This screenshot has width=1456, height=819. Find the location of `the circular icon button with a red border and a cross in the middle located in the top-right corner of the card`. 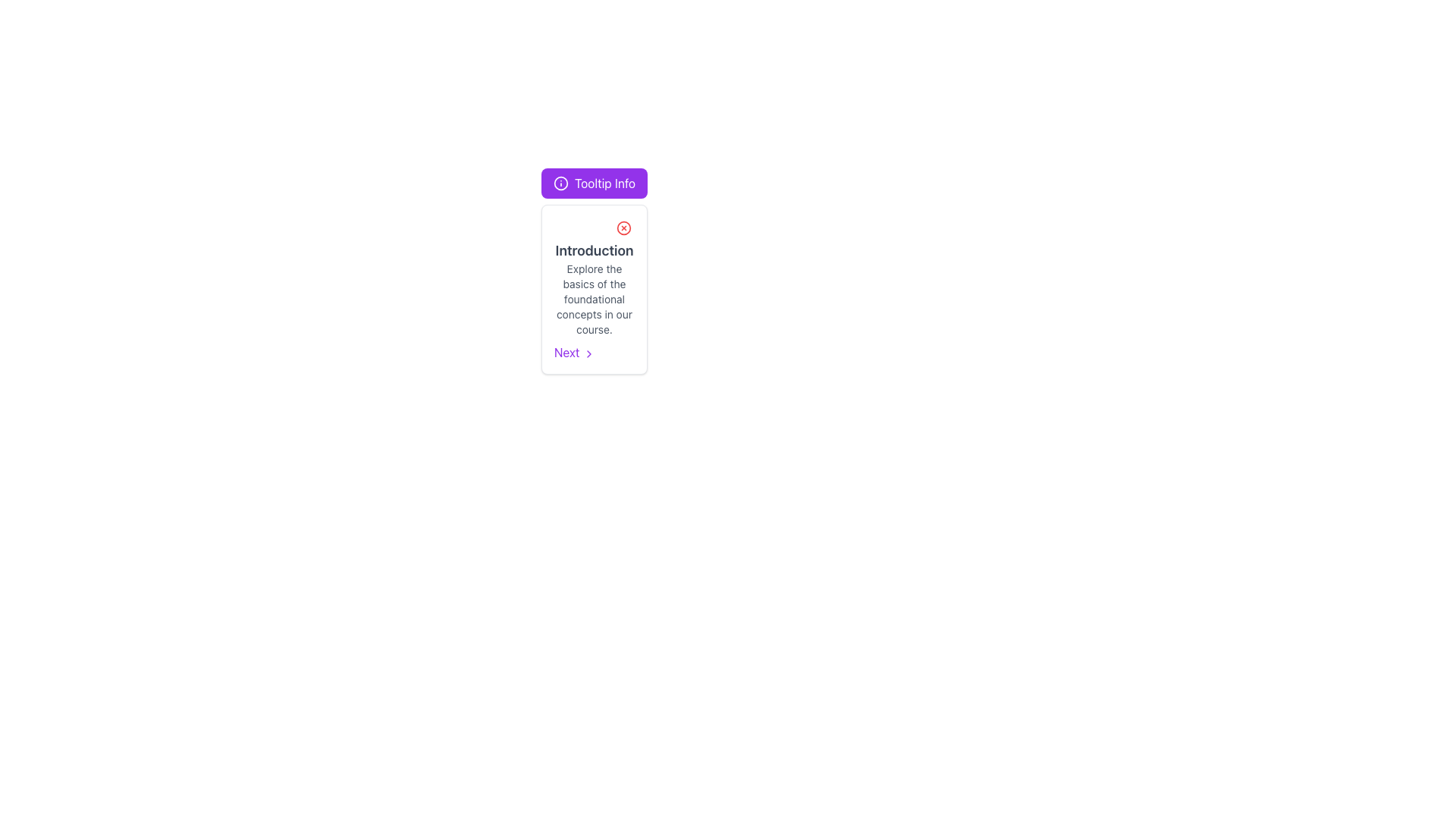

the circular icon button with a red border and a cross in the middle located in the top-right corner of the card is located at coordinates (624, 227).